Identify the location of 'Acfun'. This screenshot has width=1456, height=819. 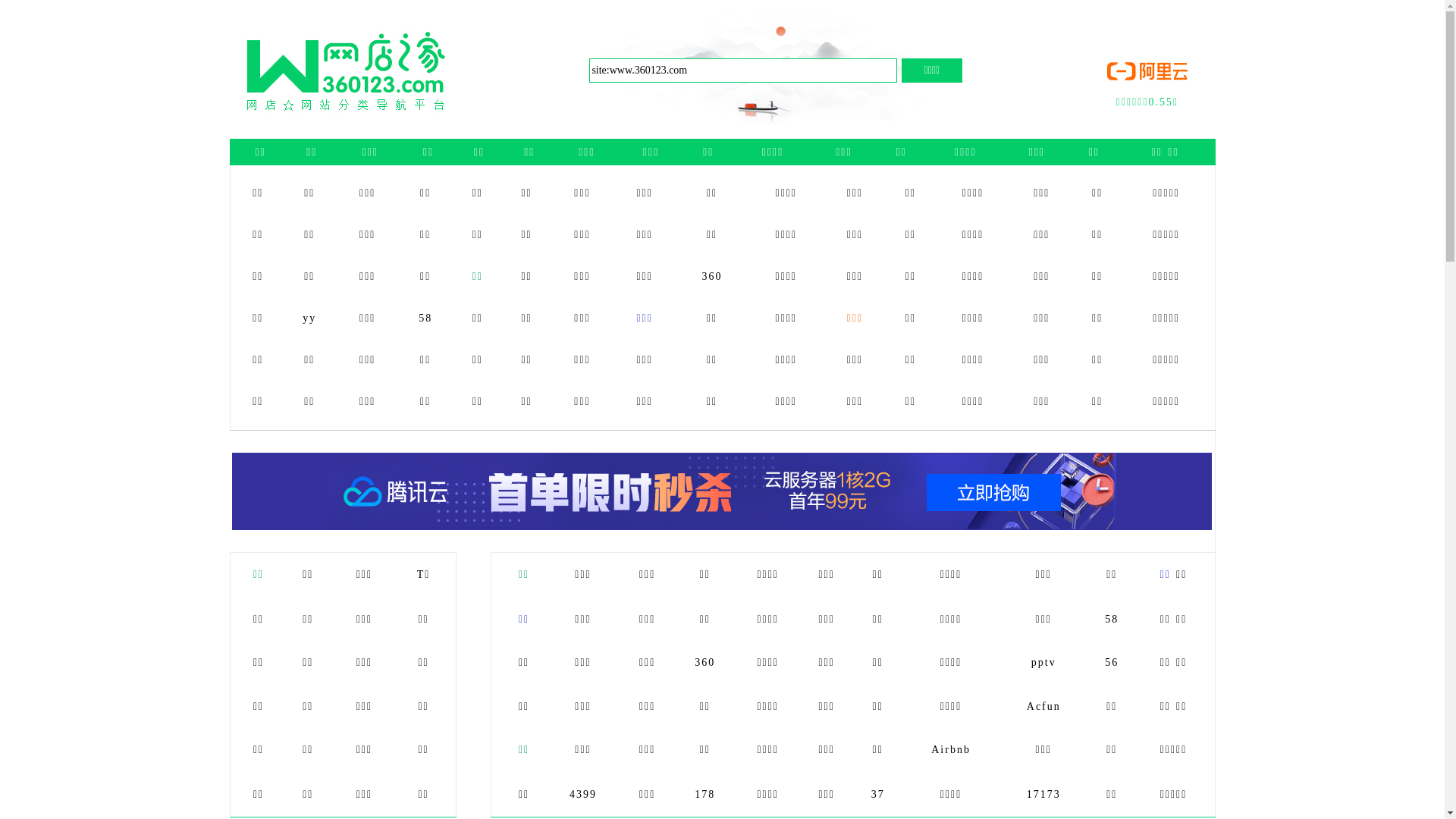
(1043, 706).